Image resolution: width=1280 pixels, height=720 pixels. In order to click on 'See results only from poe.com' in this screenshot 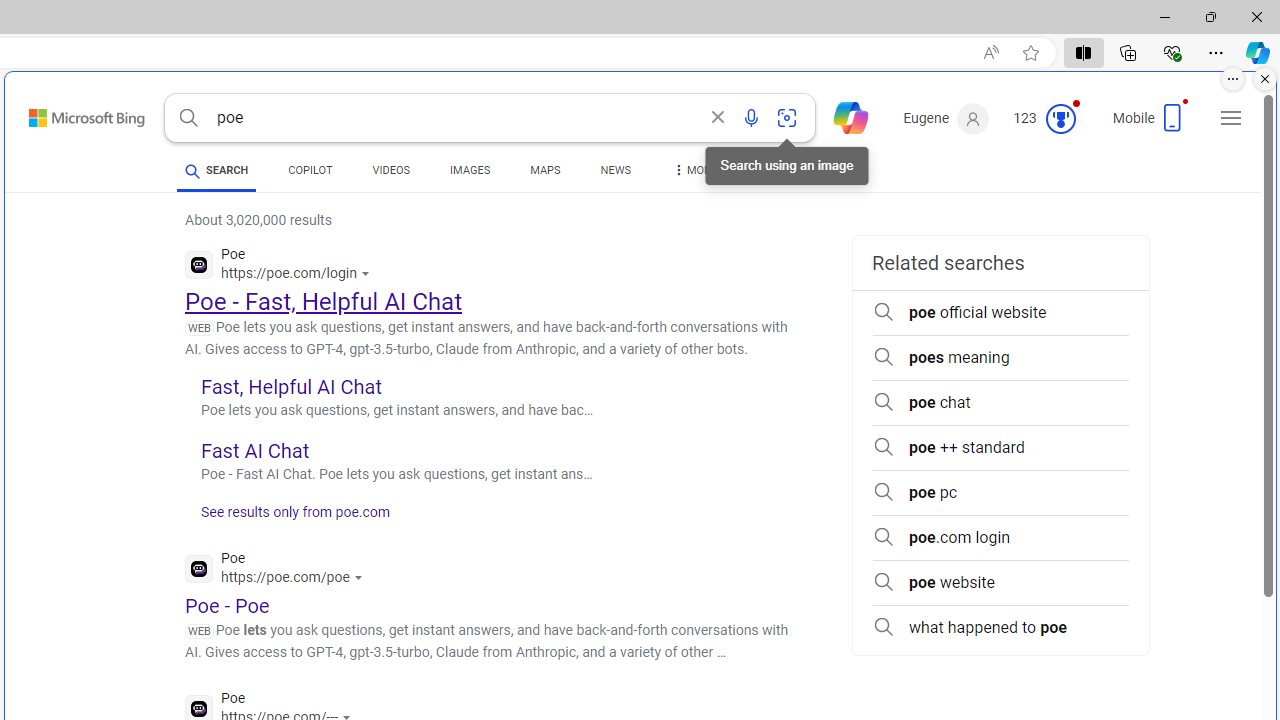, I will do `click(287, 516)`.